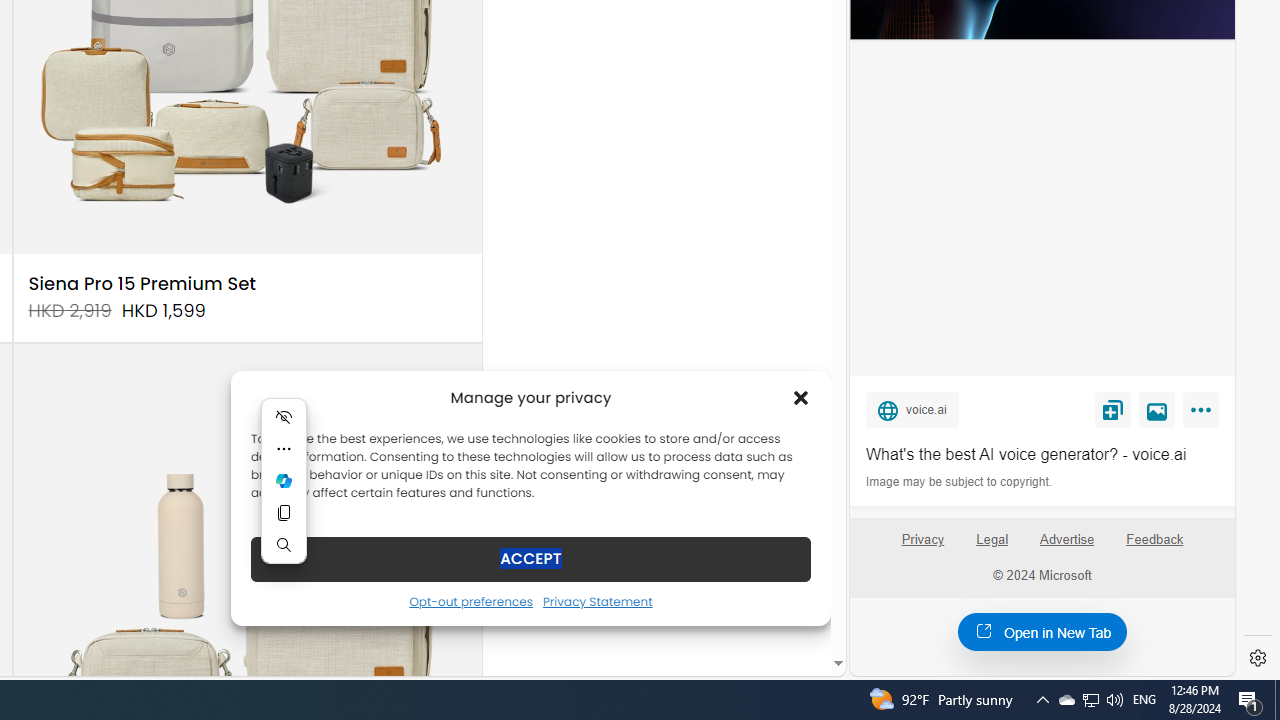  I want to click on 'Ask Copilot', so click(283, 480).